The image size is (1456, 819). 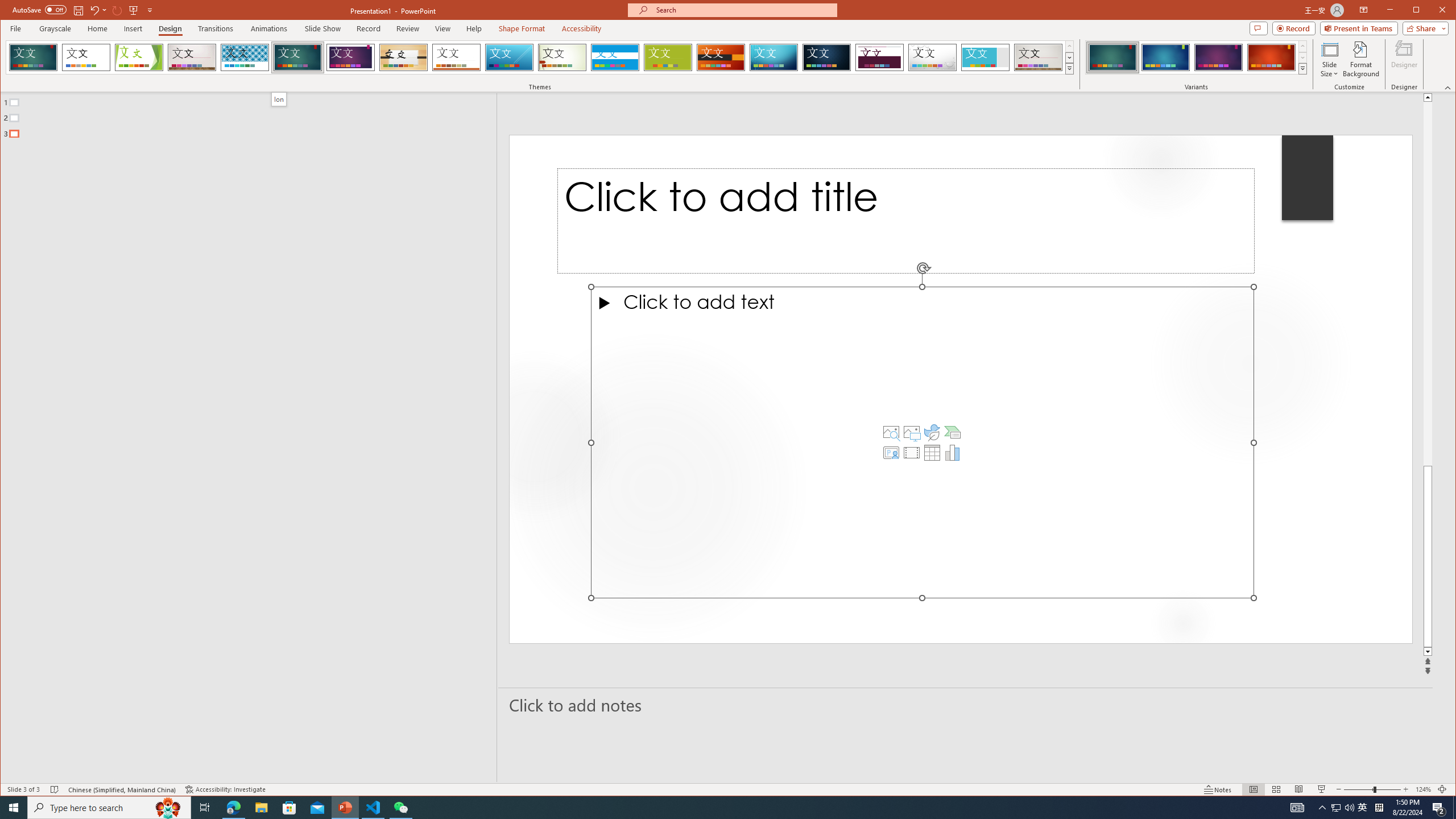 I want to click on 'Zoom 124%', so click(x=1423, y=789).